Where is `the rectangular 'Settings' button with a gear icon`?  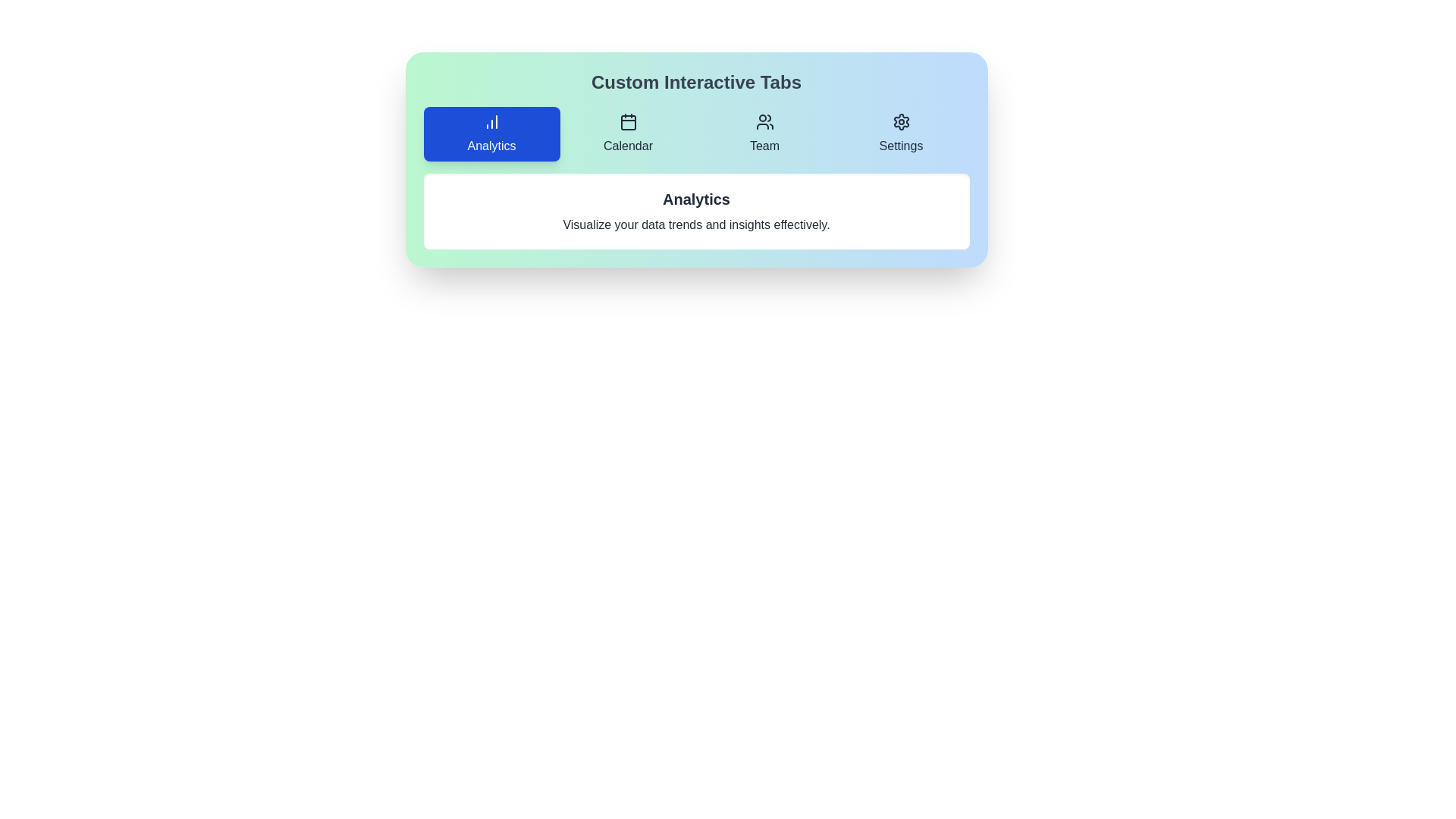
the rectangular 'Settings' button with a gear icon is located at coordinates (901, 133).